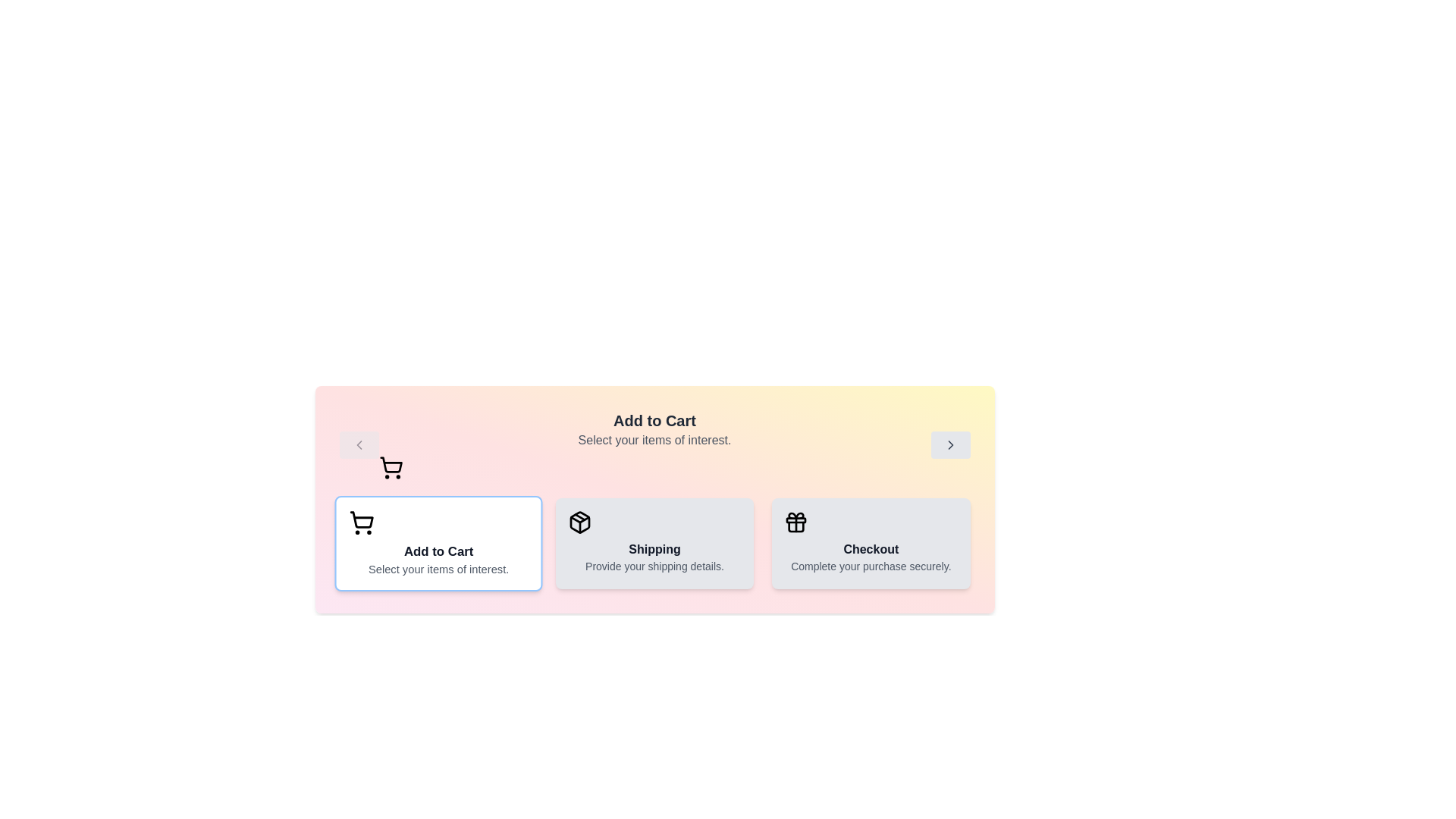 This screenshot has height=819, width=1456. What do you see at coordinates (949, 444) in the screenshot?
I see `the Icon button located at the top-right corner of the first step panel` at bounding box center [949, 444].